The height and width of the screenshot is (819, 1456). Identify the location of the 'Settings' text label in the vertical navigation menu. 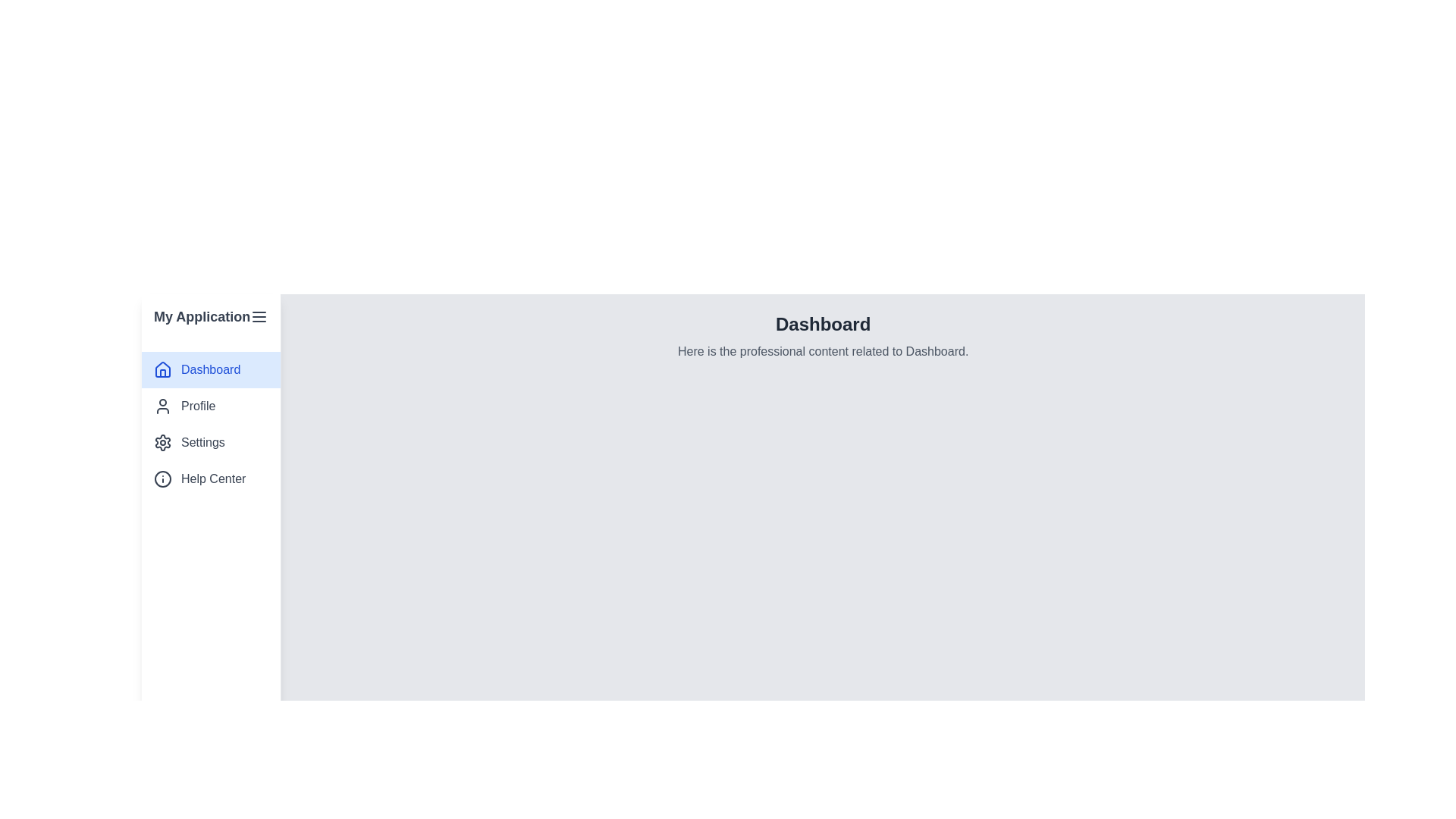
(202, 442).